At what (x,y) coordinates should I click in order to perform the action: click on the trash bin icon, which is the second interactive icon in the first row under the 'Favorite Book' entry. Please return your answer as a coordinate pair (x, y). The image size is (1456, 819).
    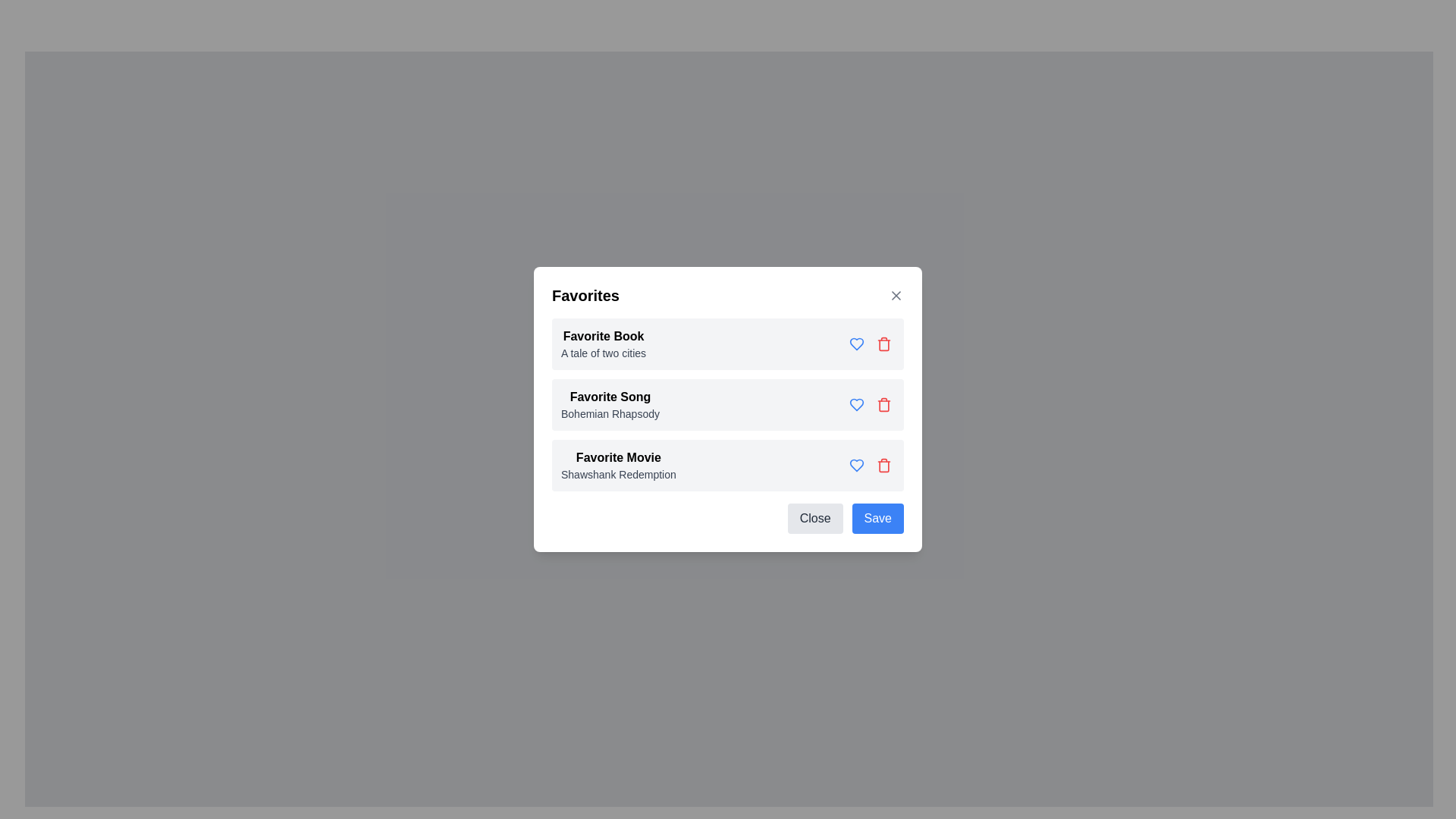
    Looking at the image, I should click on (884, 344).